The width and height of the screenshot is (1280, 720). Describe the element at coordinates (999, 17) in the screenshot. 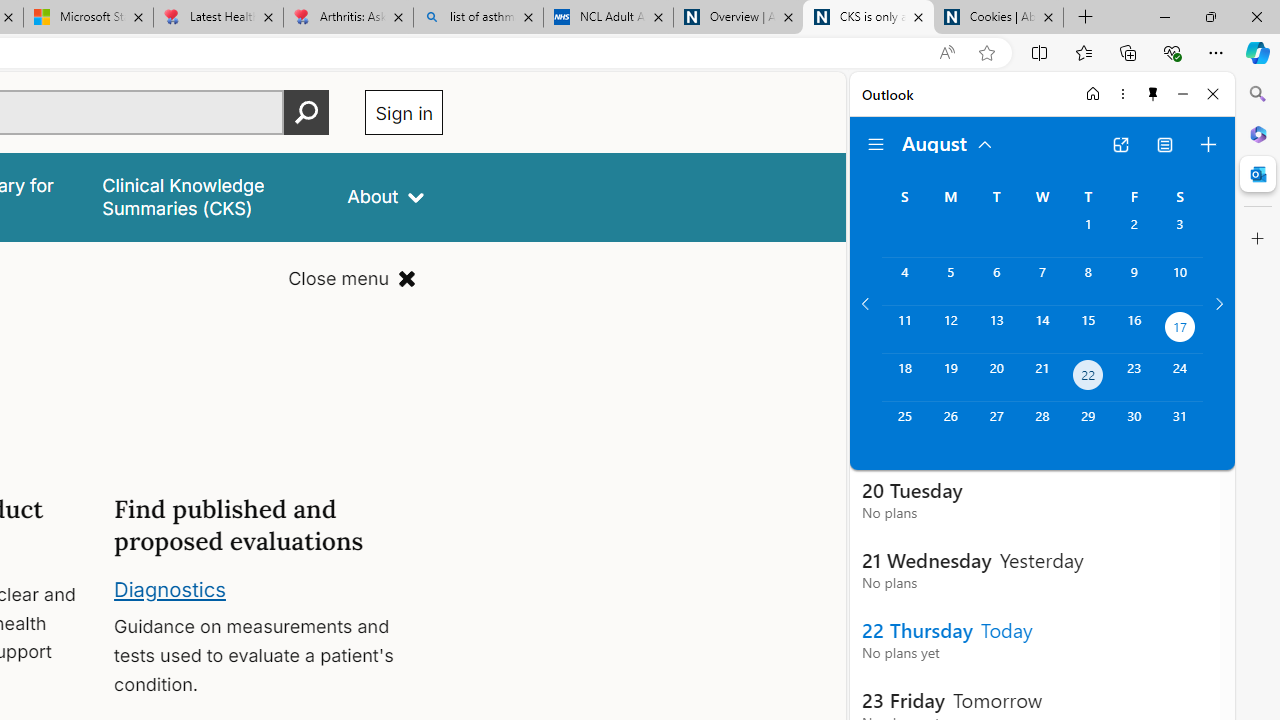

I see `'Cookies | About | NICE'` at that location.